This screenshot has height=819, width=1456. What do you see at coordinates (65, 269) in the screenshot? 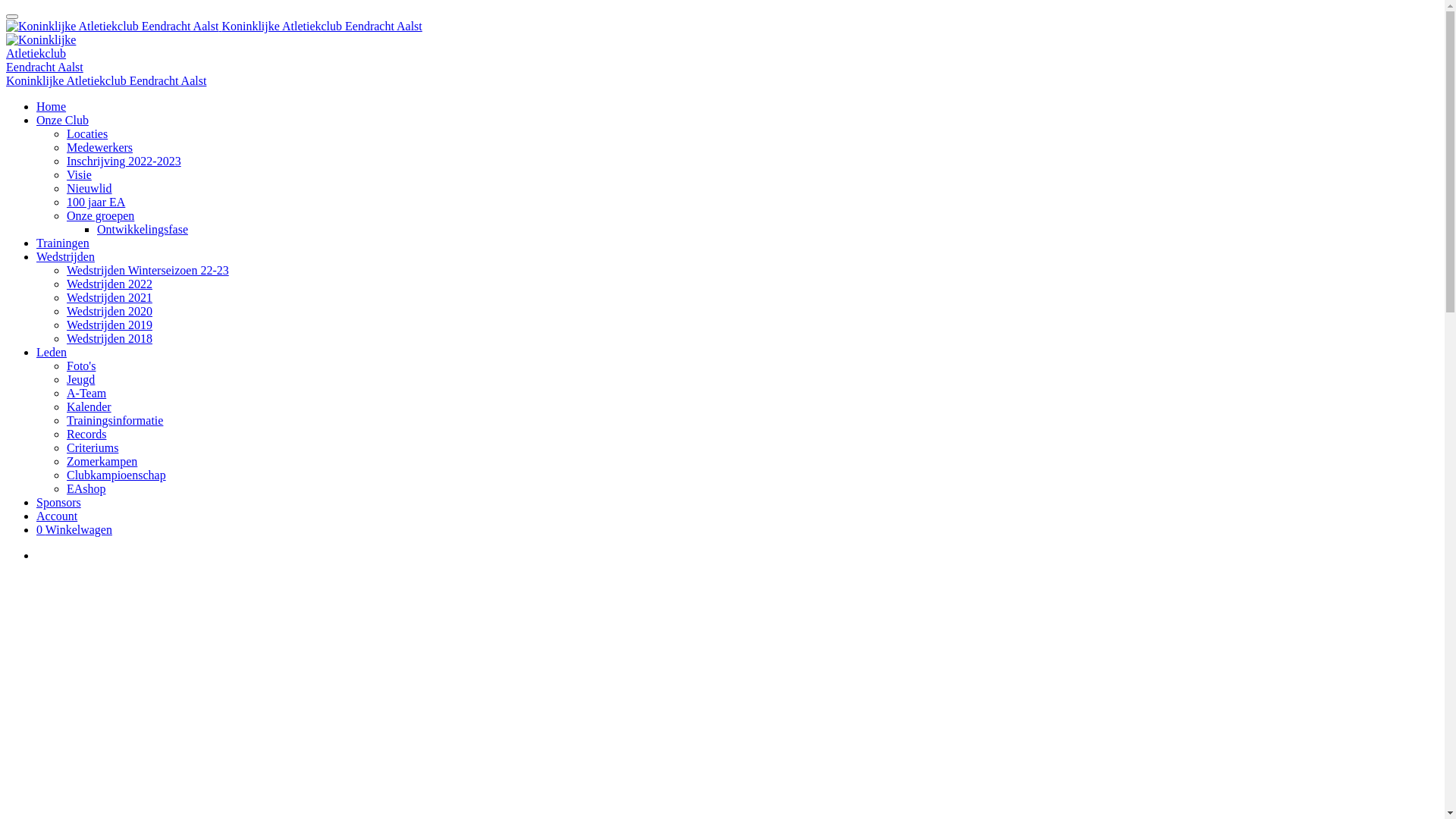
I see `'Wedstrijden Winterseizoen 22-23'` at bounding box center [65, 269].